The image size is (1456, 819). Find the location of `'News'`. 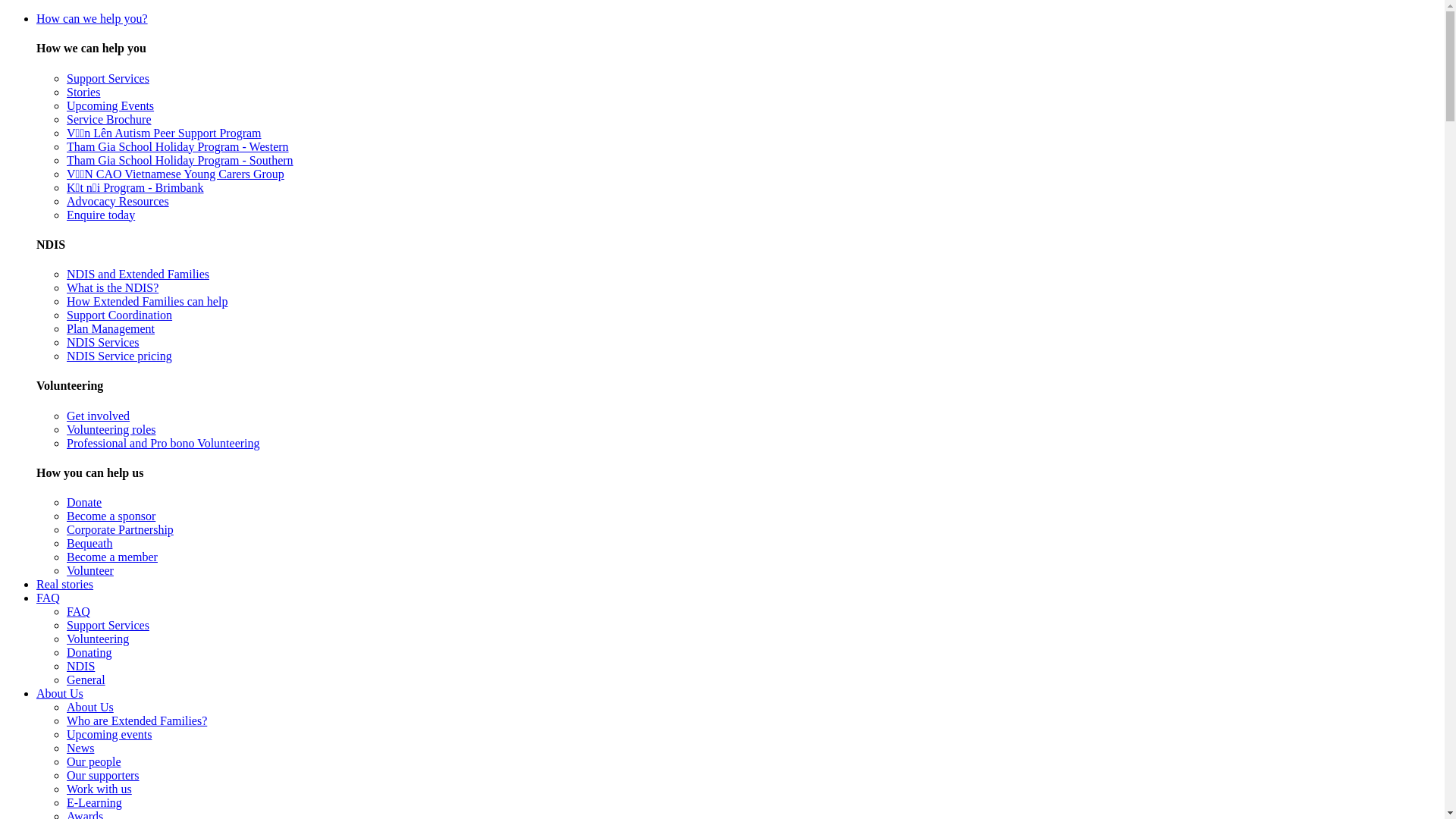

'News' is located at coordinates (79, 747).